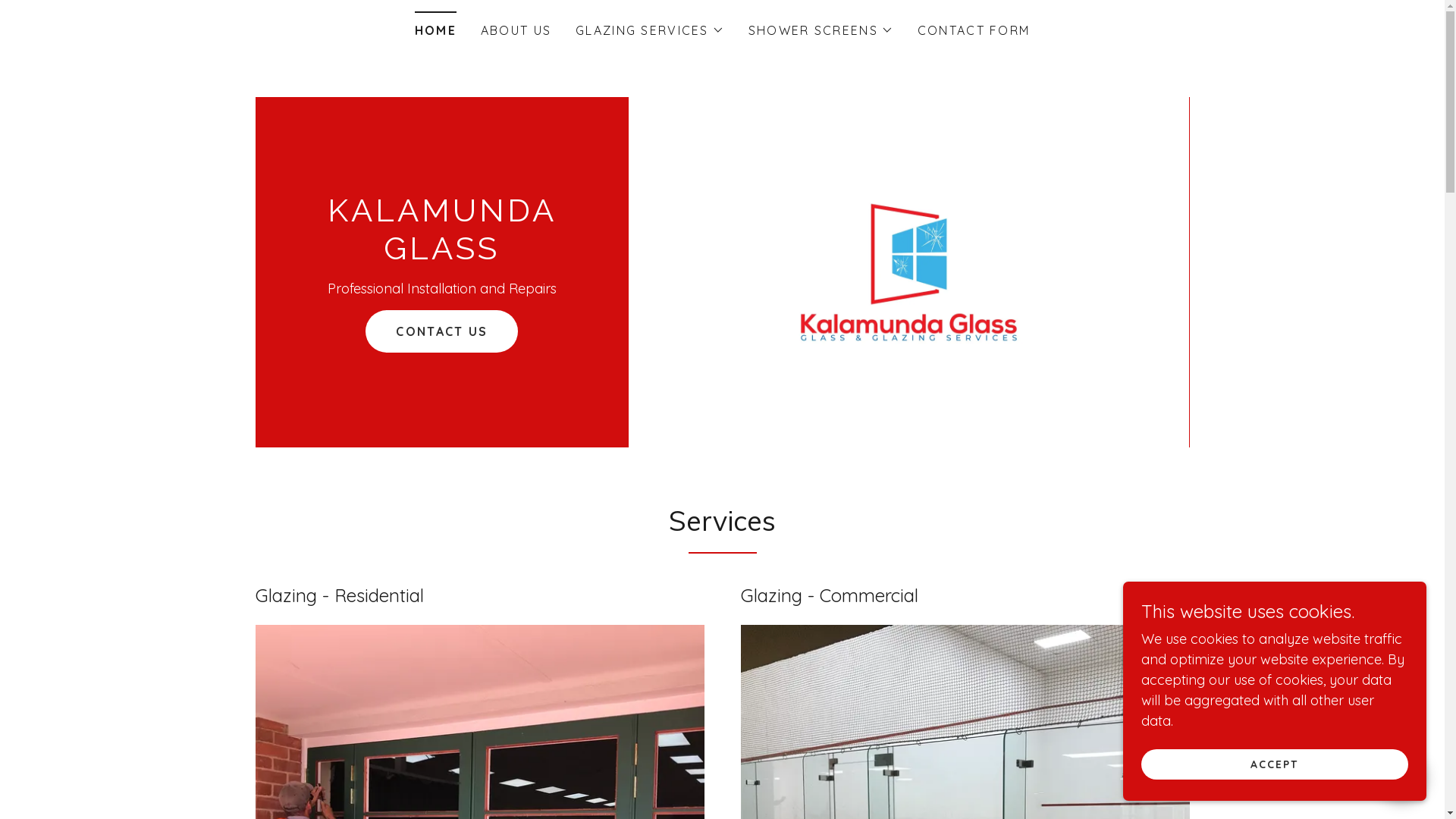 The width and height of the screenshot is (1456, 819). I want to click on 'SHOWER SCREENS', so click(820, 30).